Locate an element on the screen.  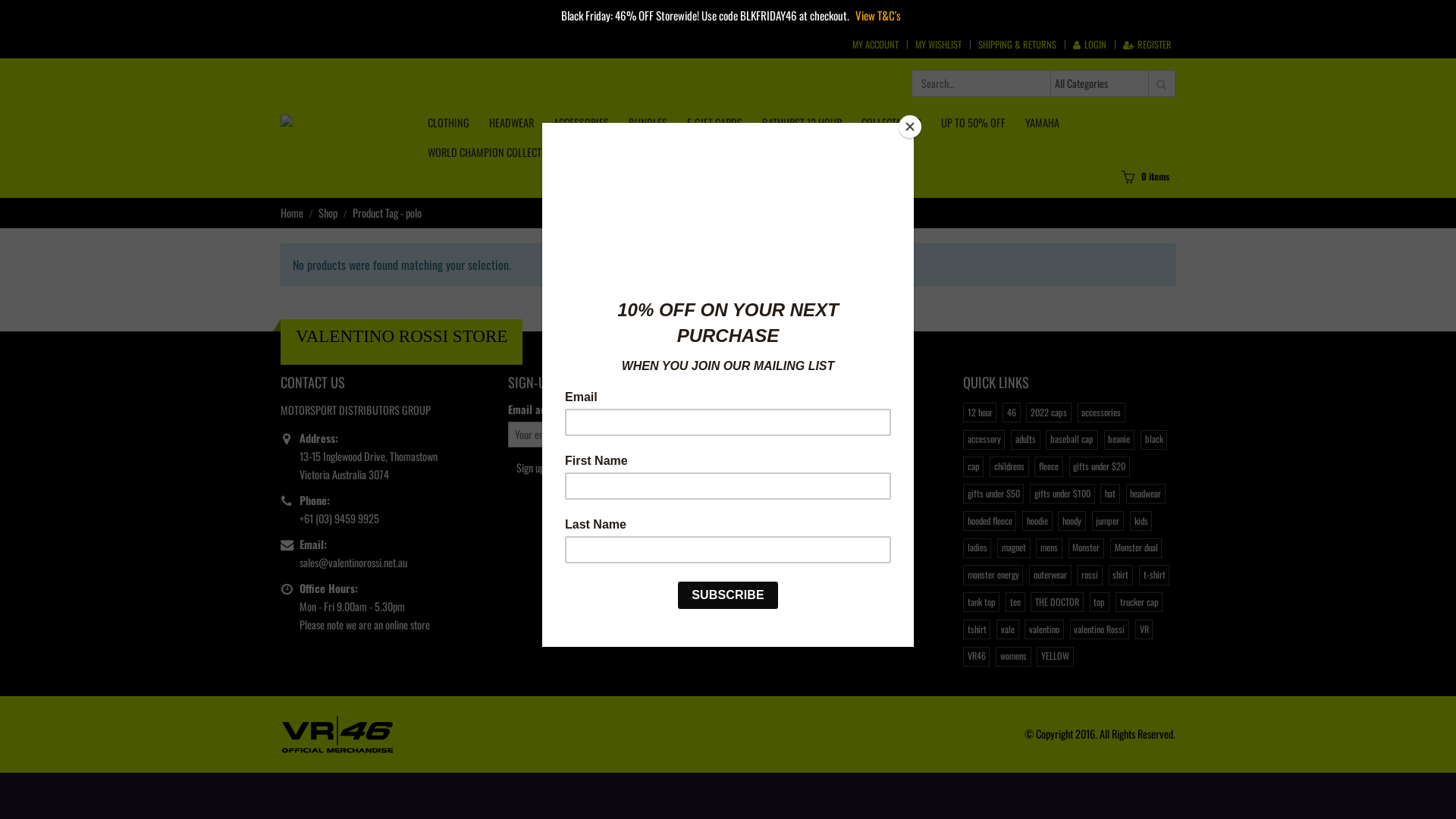
'outerwear' is located at coordinates (1049, 575).